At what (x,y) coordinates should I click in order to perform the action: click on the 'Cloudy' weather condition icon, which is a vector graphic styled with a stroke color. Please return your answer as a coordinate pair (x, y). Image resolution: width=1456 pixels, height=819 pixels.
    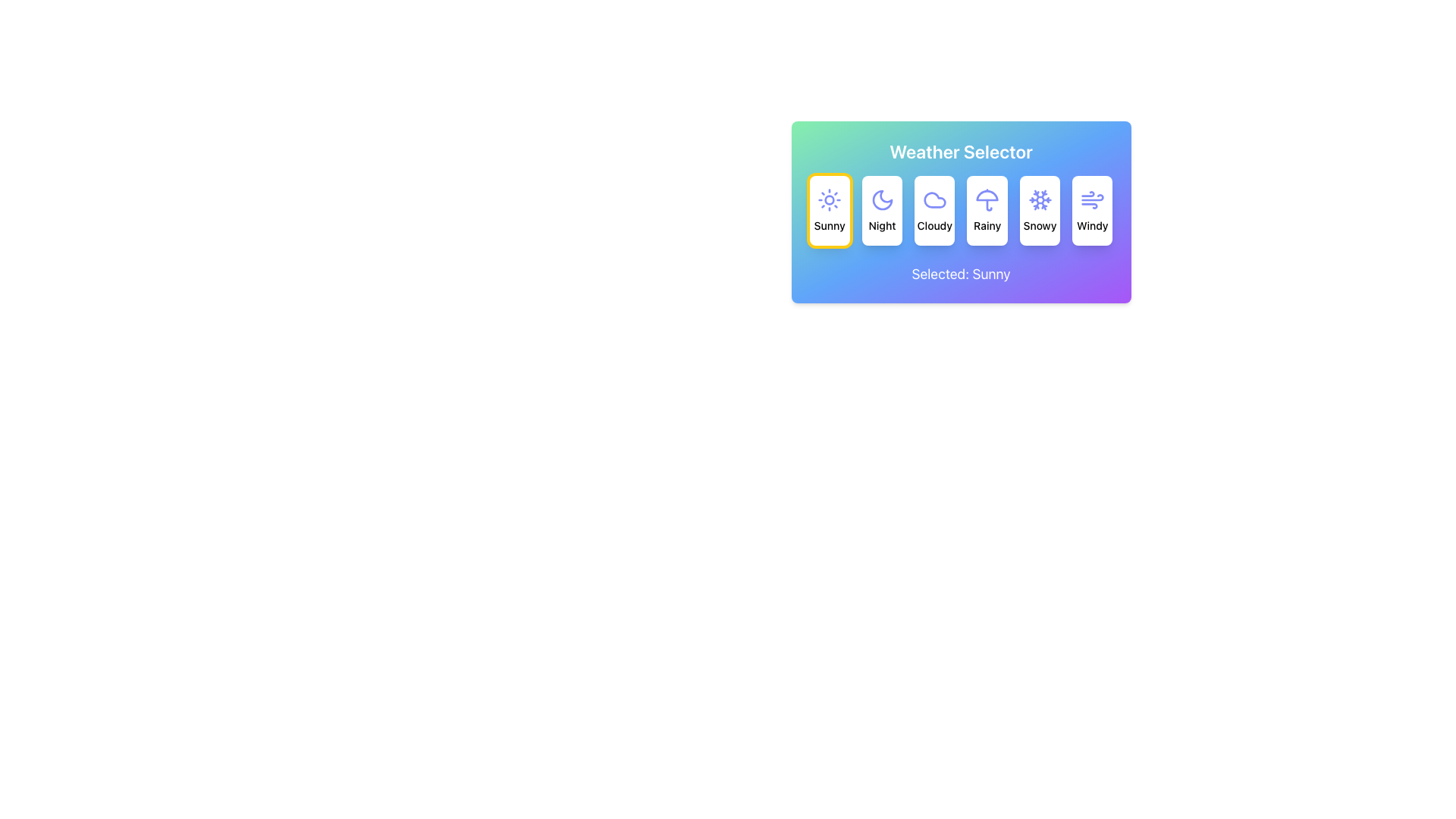
    Looking at the image, I should click on (934, 199).